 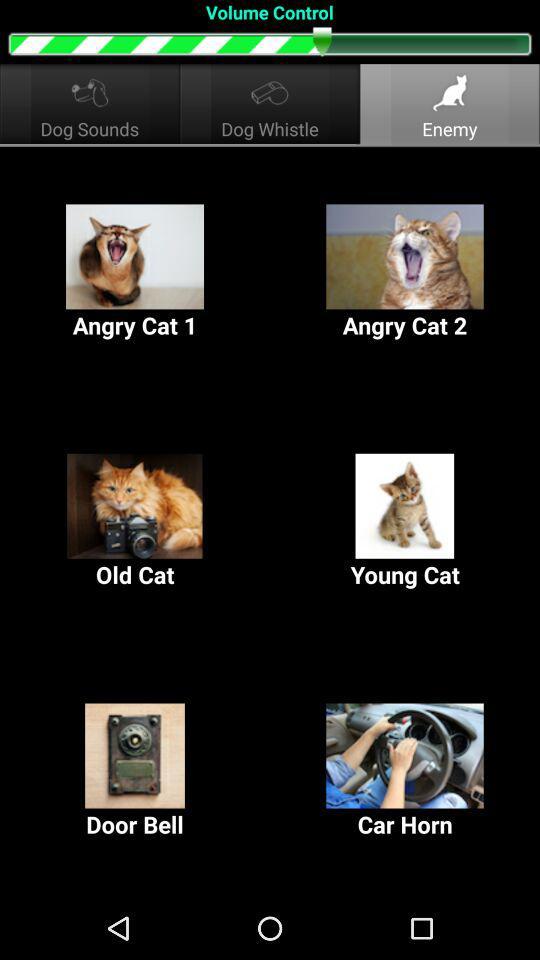 What do you see at coordinates (135, 521) in the screenshot?
I see `item to the left of young cat` at bounding box center [135, 521].